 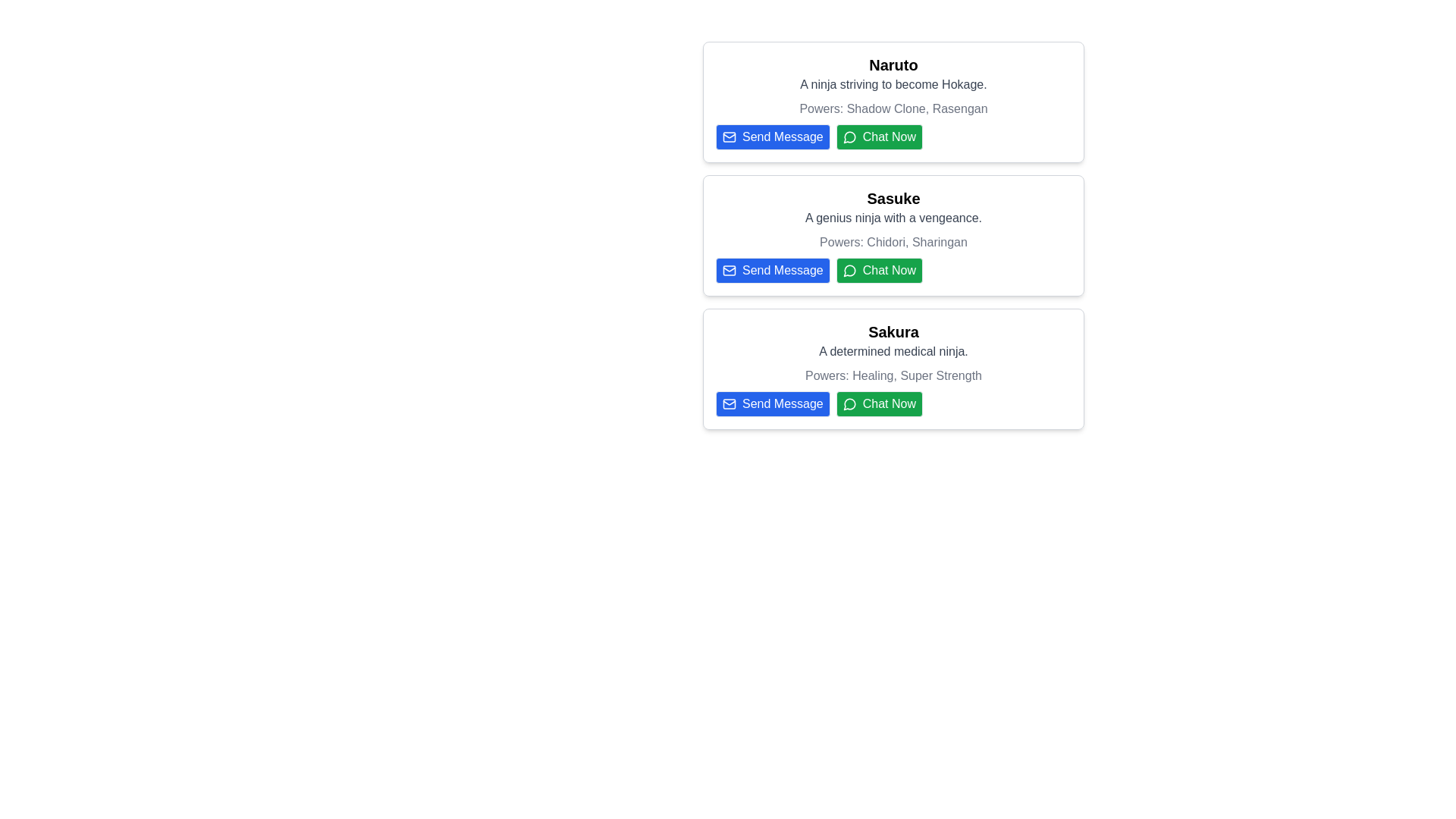 What do you see at coordinates (729, 403) in the screenshot?
I see `the mail envelope icon located at the leftmost side of the 'Send Message' button` at bounding box center [729, 403].